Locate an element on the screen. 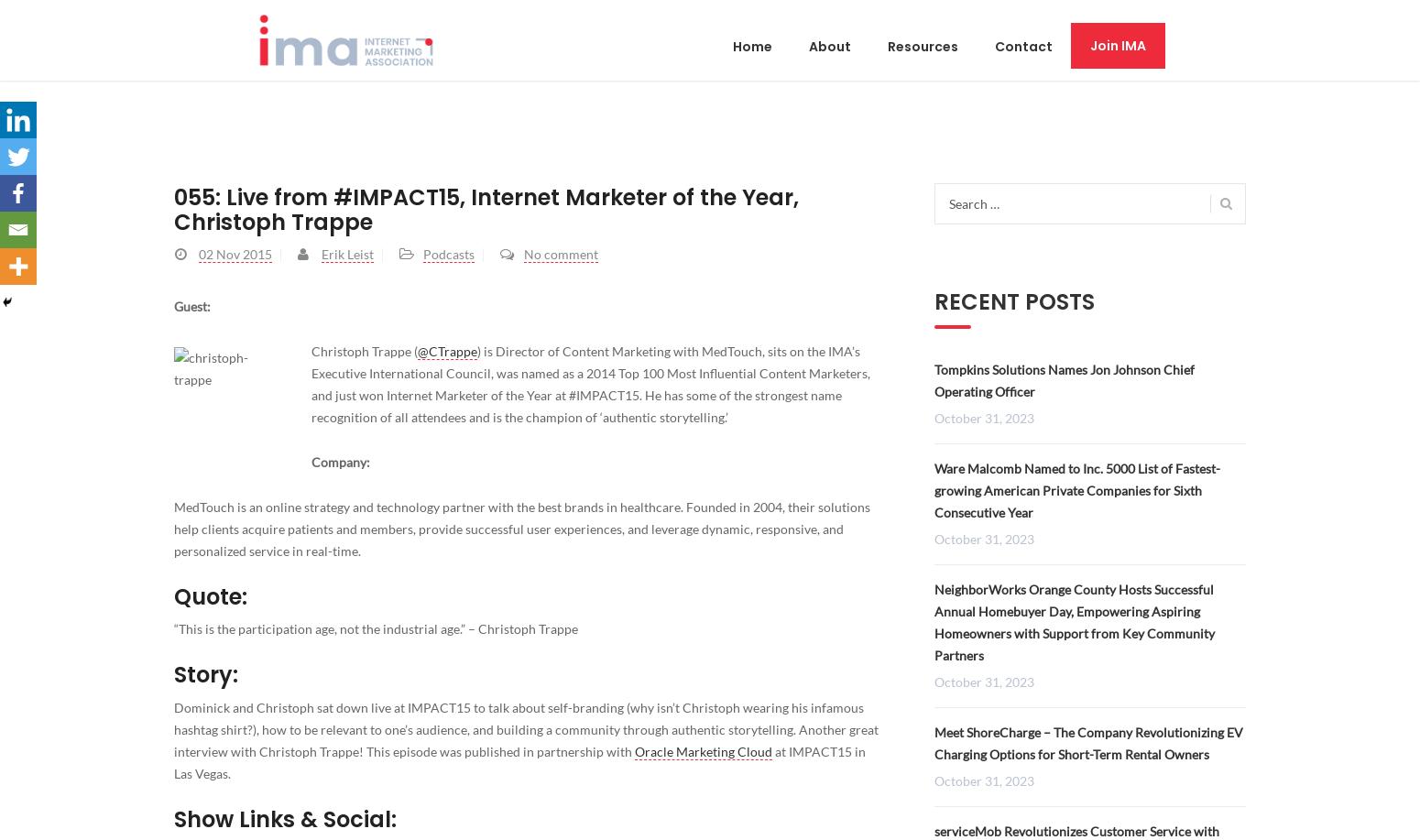 The image size is (1420, 840). 'IMPACT SHOW' is located at coordinates (207, 181).